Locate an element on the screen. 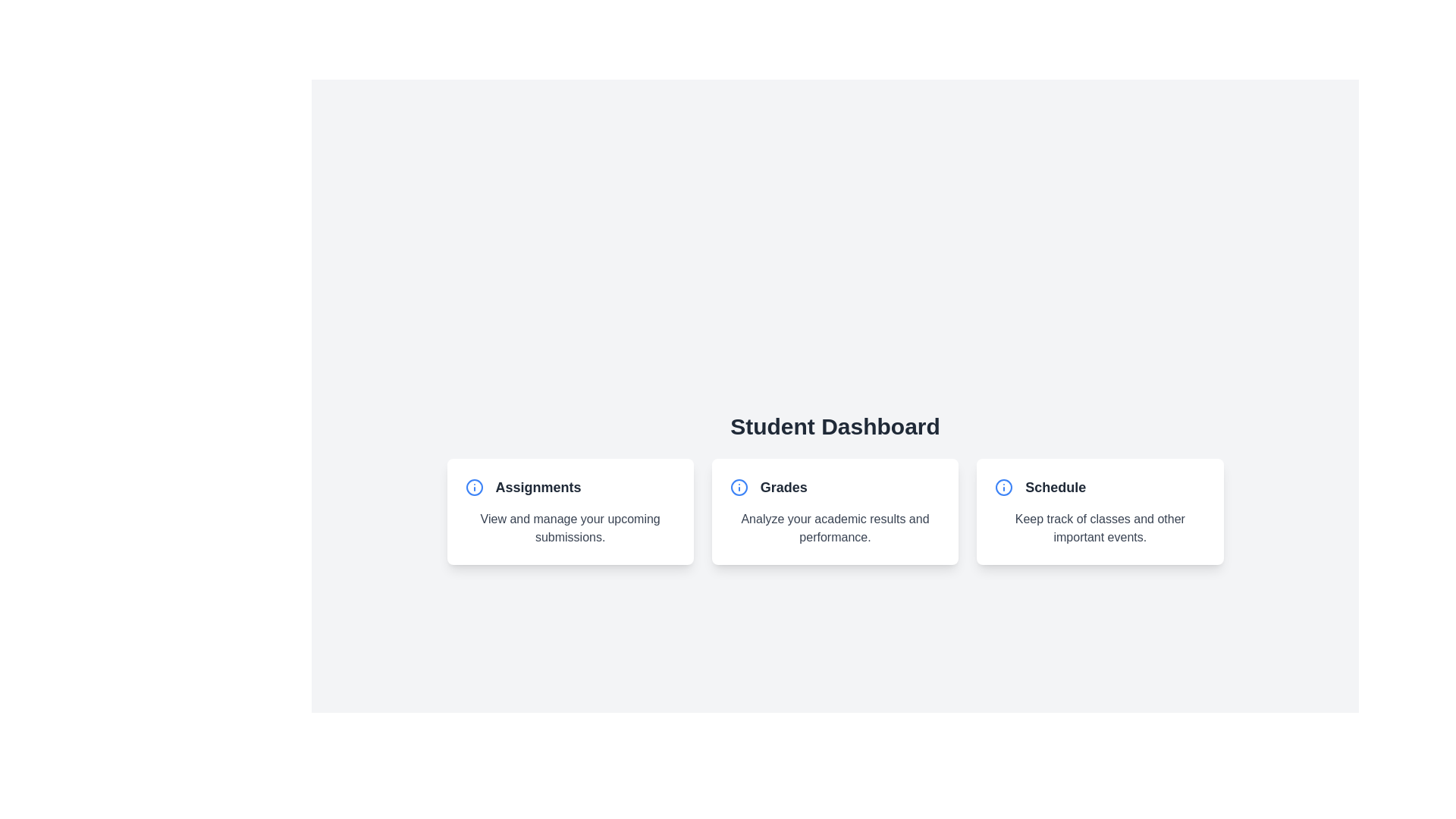 This screenshot has height=819, width=1456. the text label element that serves as the header for the 'Assignments' section located is located at coordinates (538, 488).